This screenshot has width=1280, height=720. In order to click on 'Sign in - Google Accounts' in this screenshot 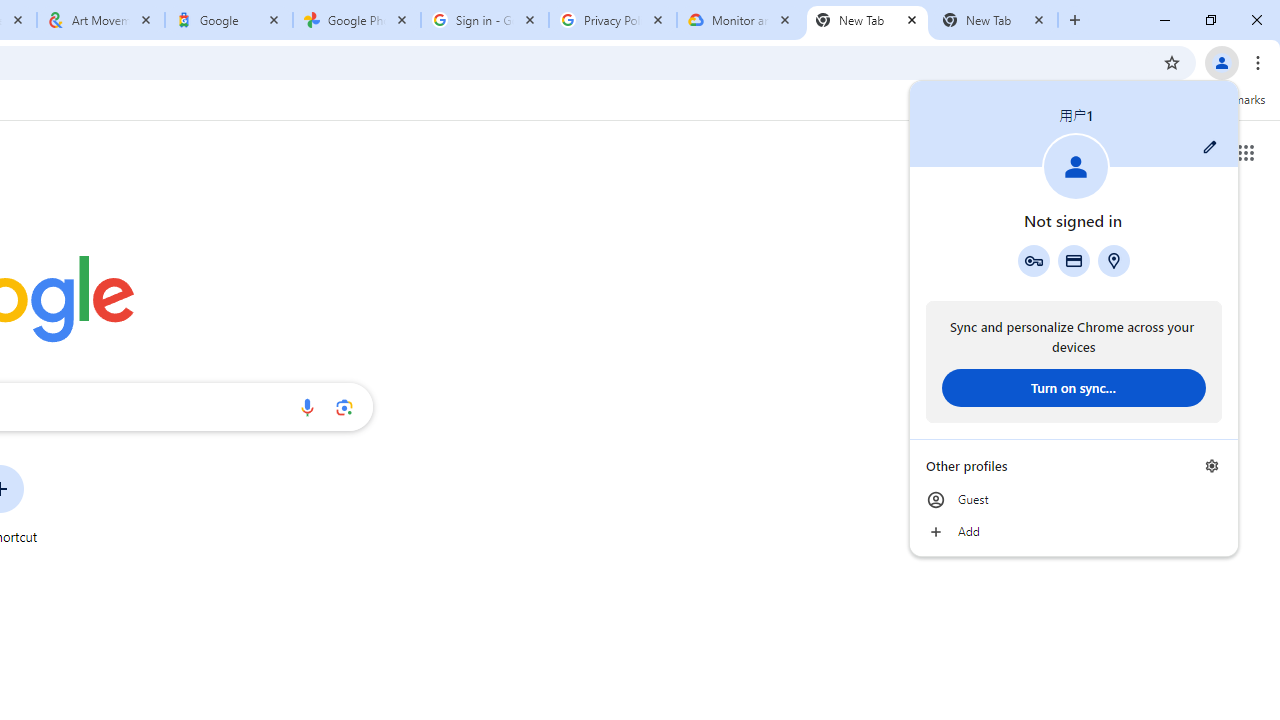, I will do `click(485, 20)`.